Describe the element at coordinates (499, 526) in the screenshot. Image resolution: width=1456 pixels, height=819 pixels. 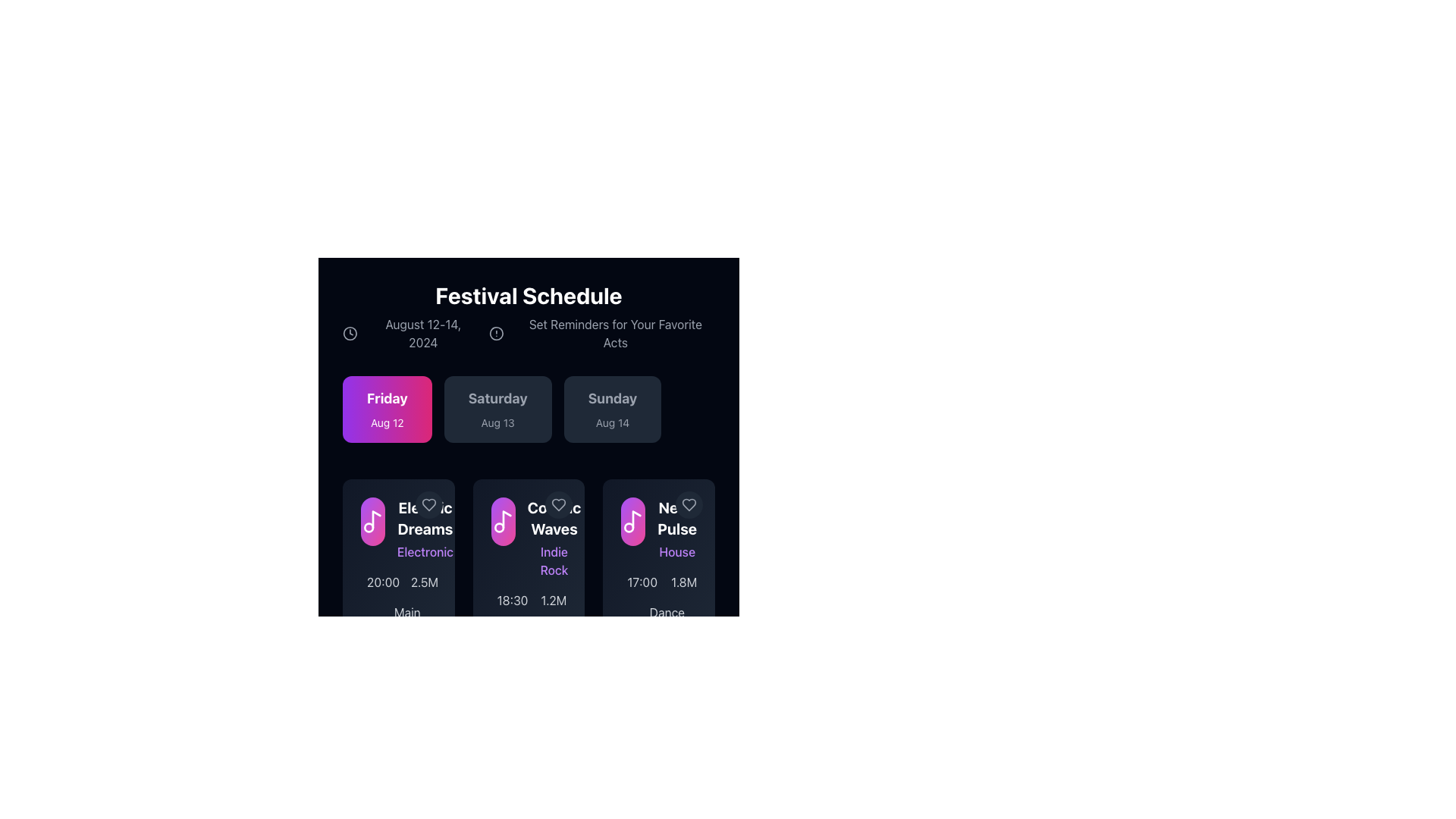
I see `the decorative circle SVG element representing part of the music icon in the second column of the event cards grid` at that location.